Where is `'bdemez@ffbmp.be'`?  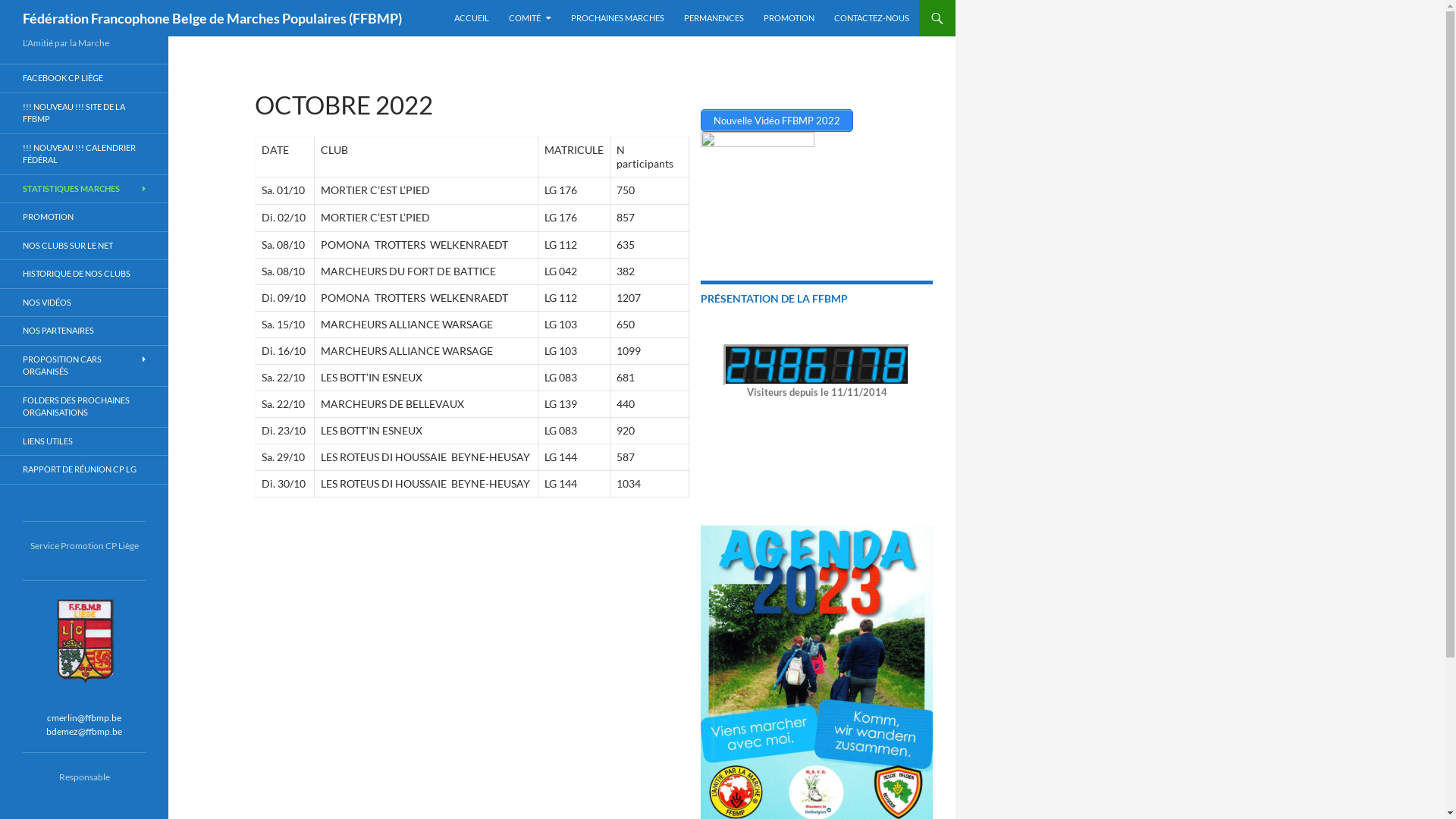
'bdemez@ffbmp.be' is located at coordinates (83, 730).